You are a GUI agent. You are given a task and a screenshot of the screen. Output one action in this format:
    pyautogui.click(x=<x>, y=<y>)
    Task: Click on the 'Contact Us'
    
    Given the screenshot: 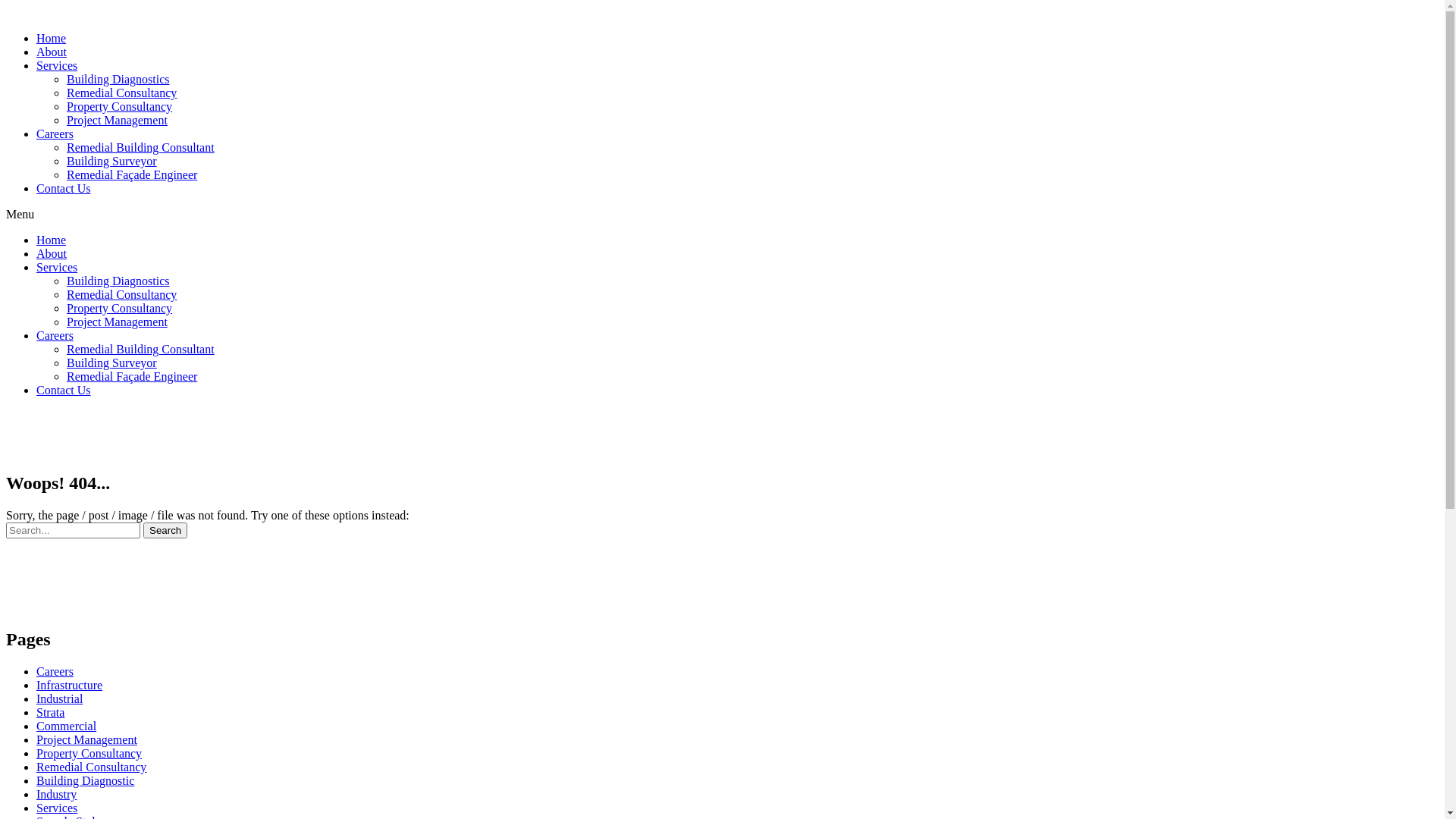 What is the action you would take?
    pyautogui.click(x=62, y=187)
    